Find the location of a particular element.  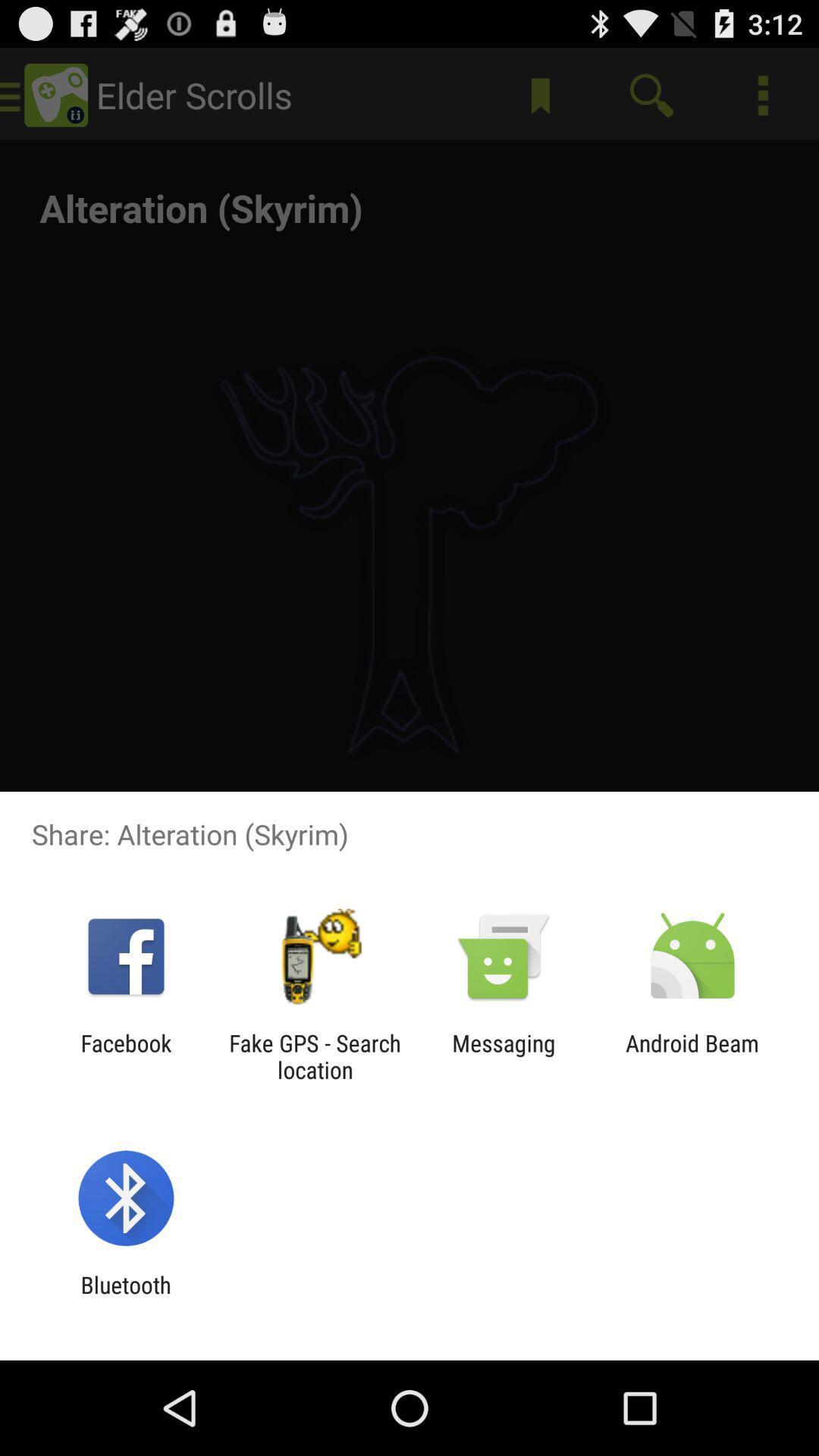

android beam at the bottom right corner is located at coordinates (692, 1056).